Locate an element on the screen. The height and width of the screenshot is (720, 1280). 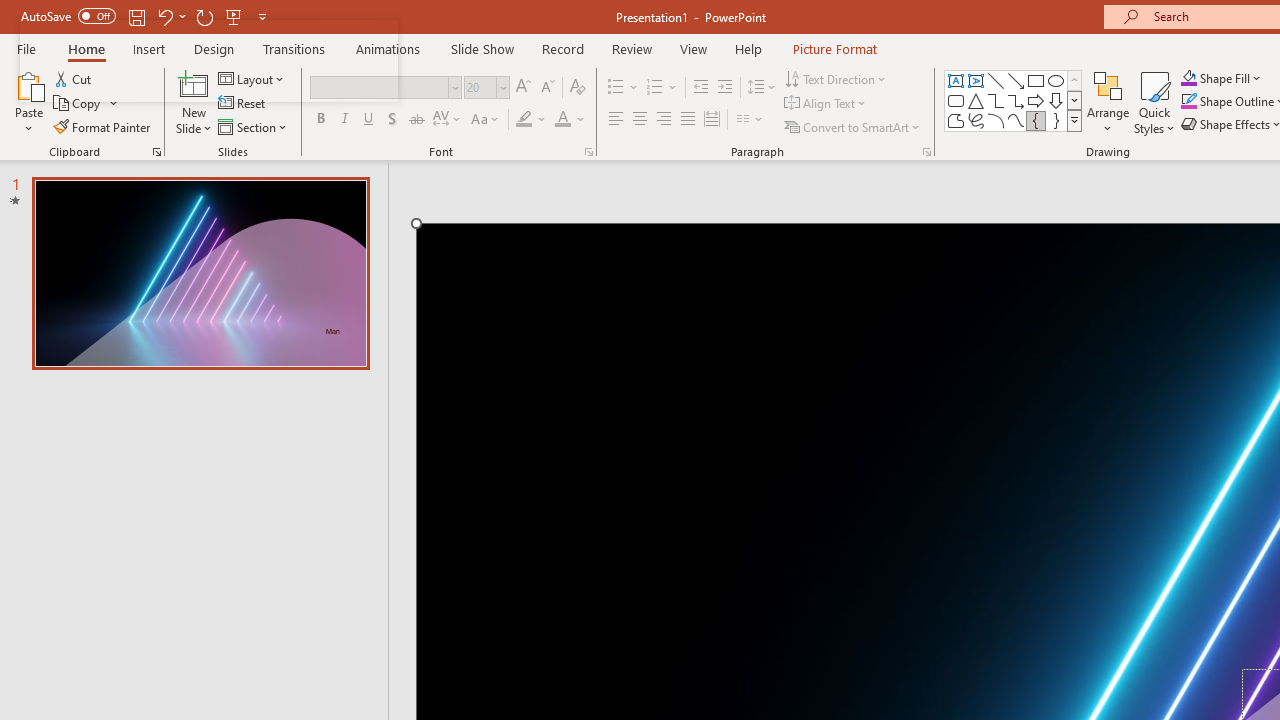
'Text Box' is located at coordinates (955, 80).